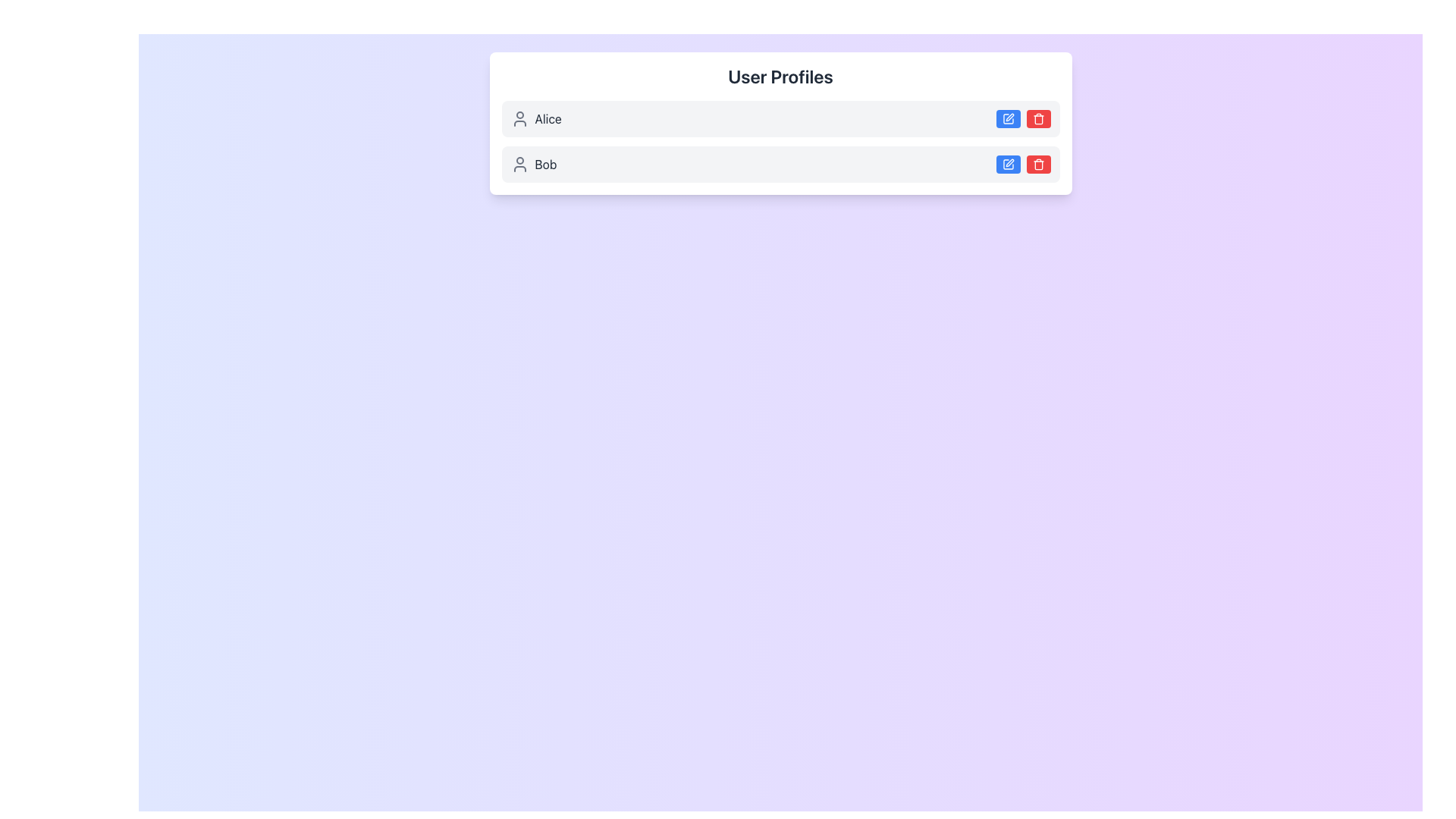  Describe the element at coordinates (1008, 118) in the screenshot. I see `the edit button for user Bob, located in the second row of the user profile list` at that location.